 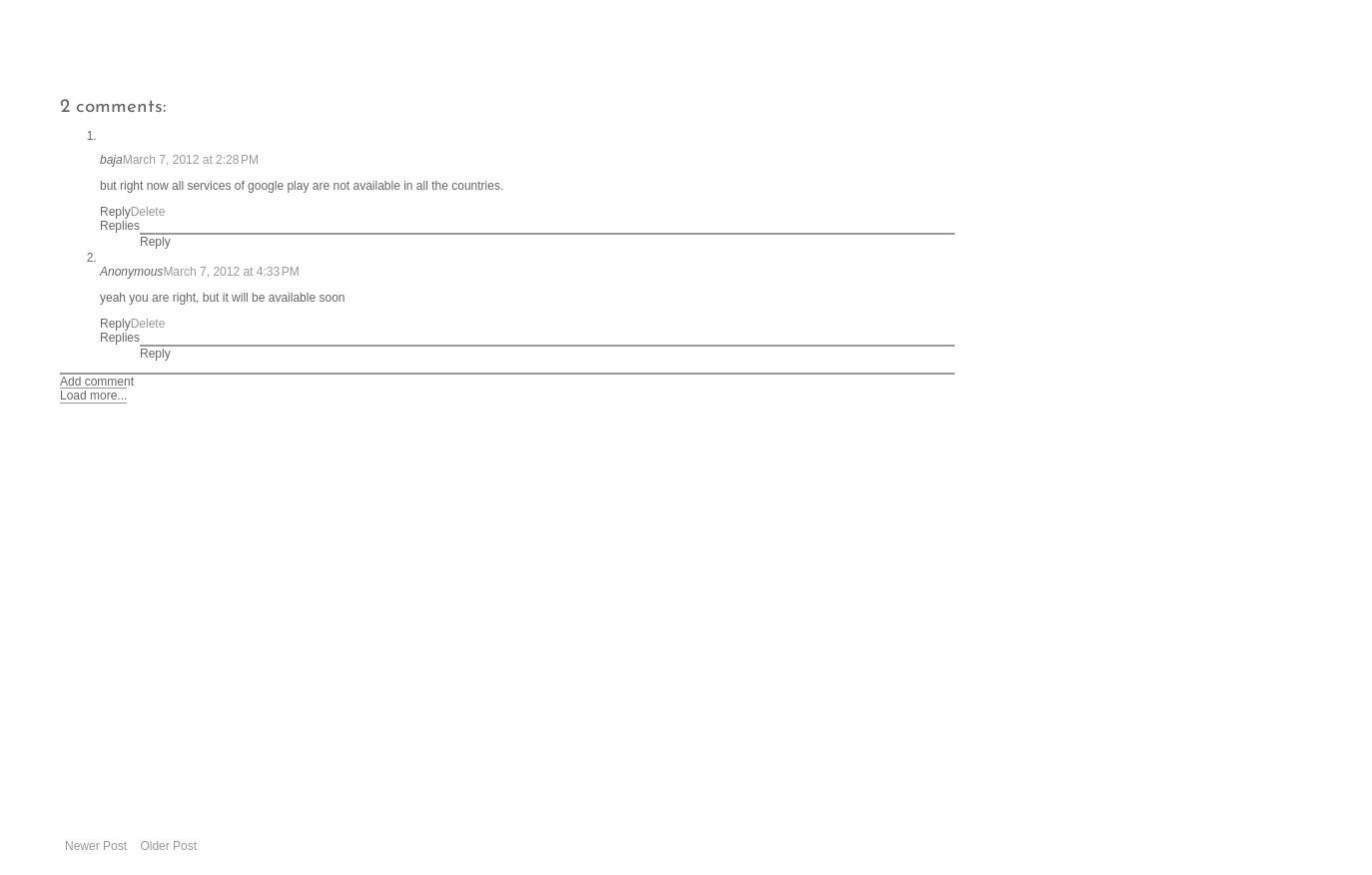 What do you see at coordinates (189, 157) in the screenshot?
I see `'March 7, 2012 at 2:28 PM'` at bounding box center [189, 157].